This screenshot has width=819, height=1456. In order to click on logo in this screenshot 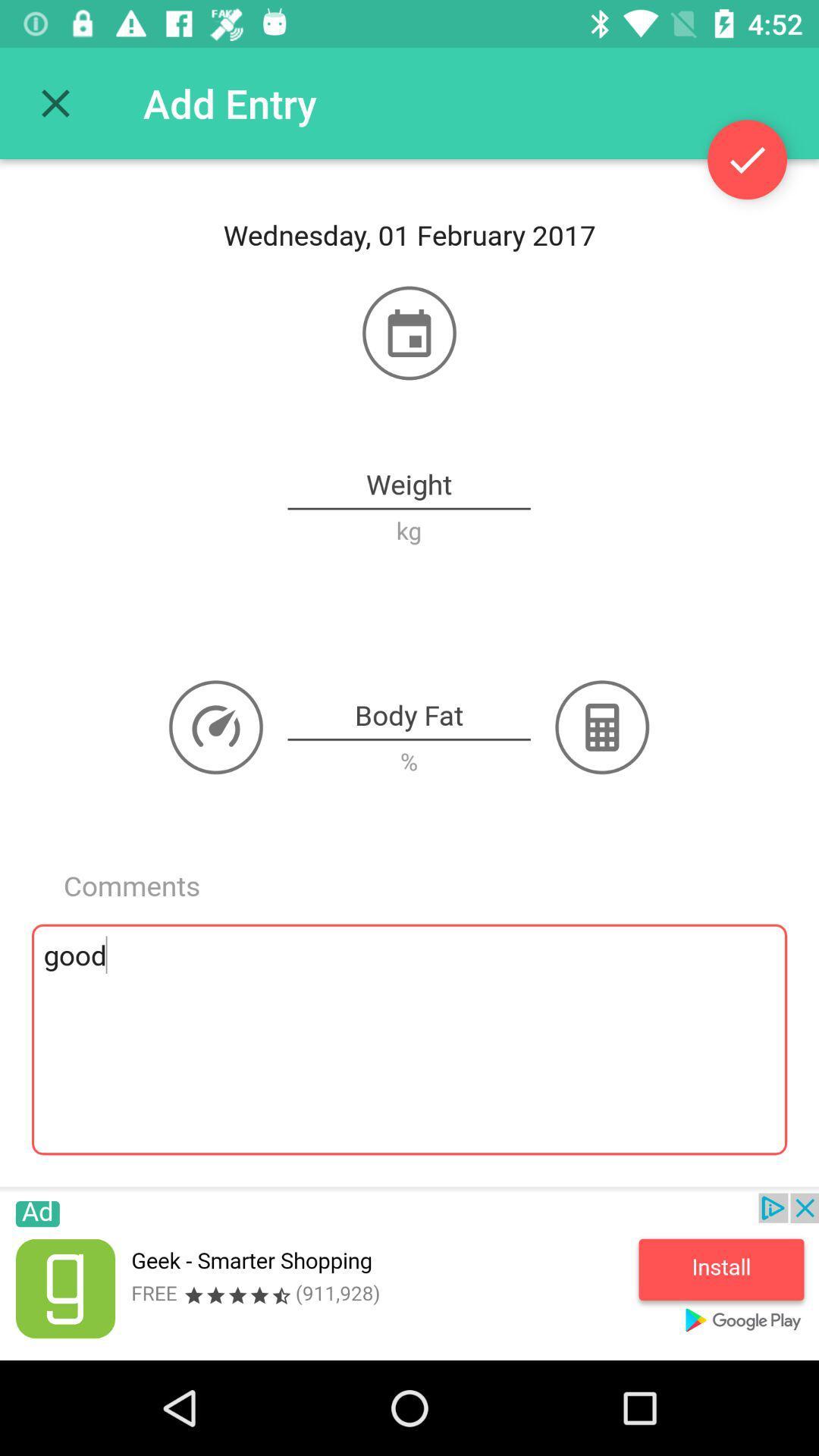, I will do `click(216, 726)`.